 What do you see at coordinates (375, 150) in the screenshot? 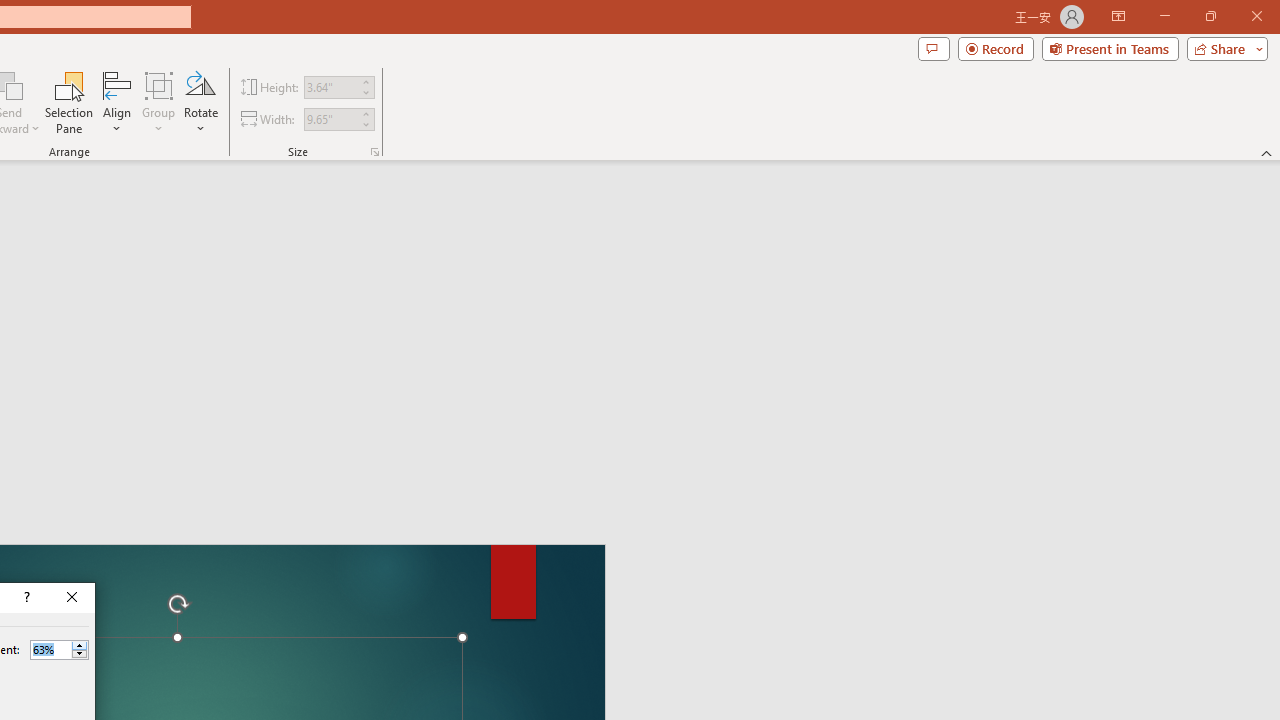
I see `'Size and Position...'` at bounding box center [375, 150].